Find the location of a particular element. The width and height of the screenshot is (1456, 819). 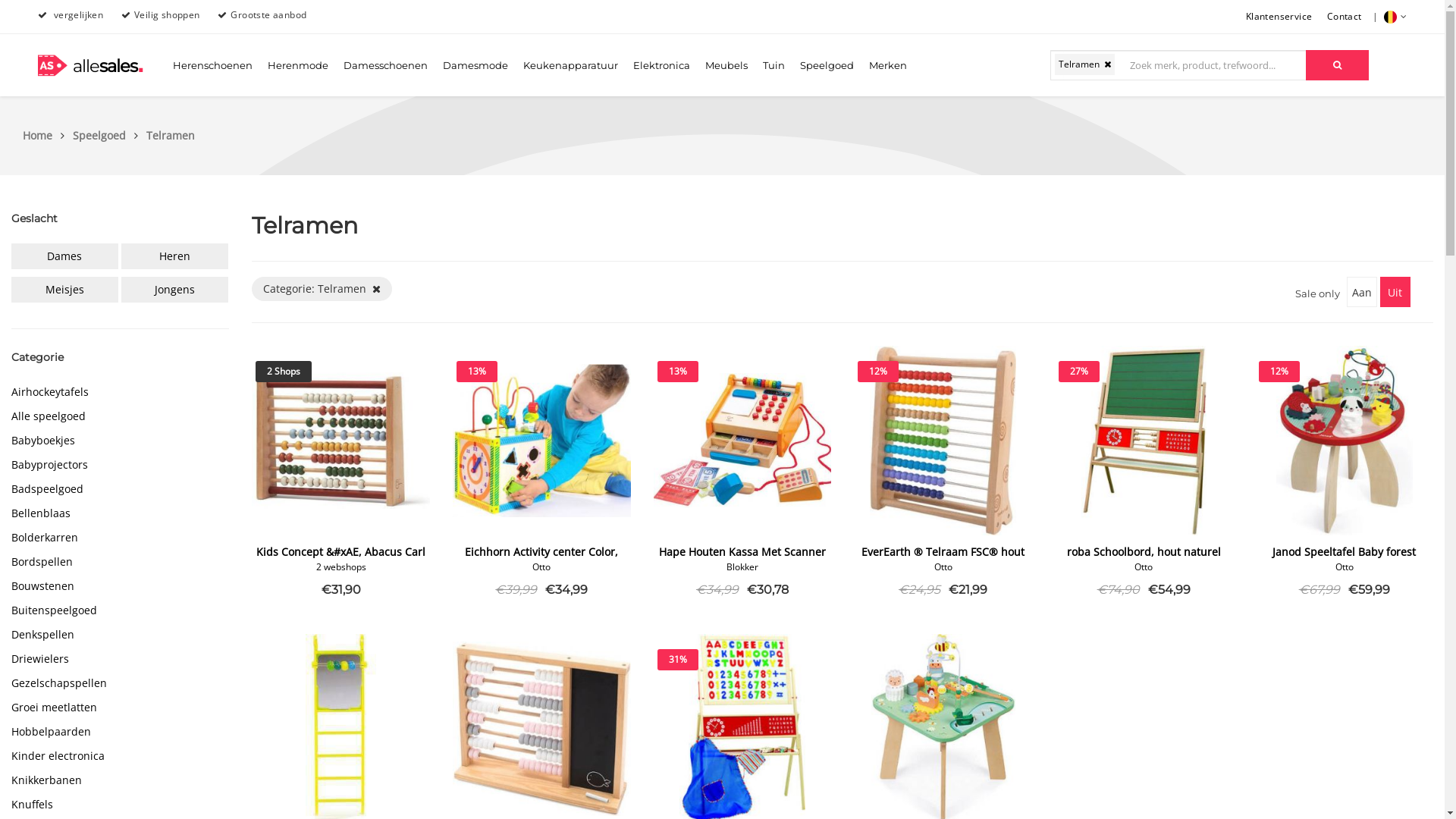

'Dames' is located at coordinates (11, 256).